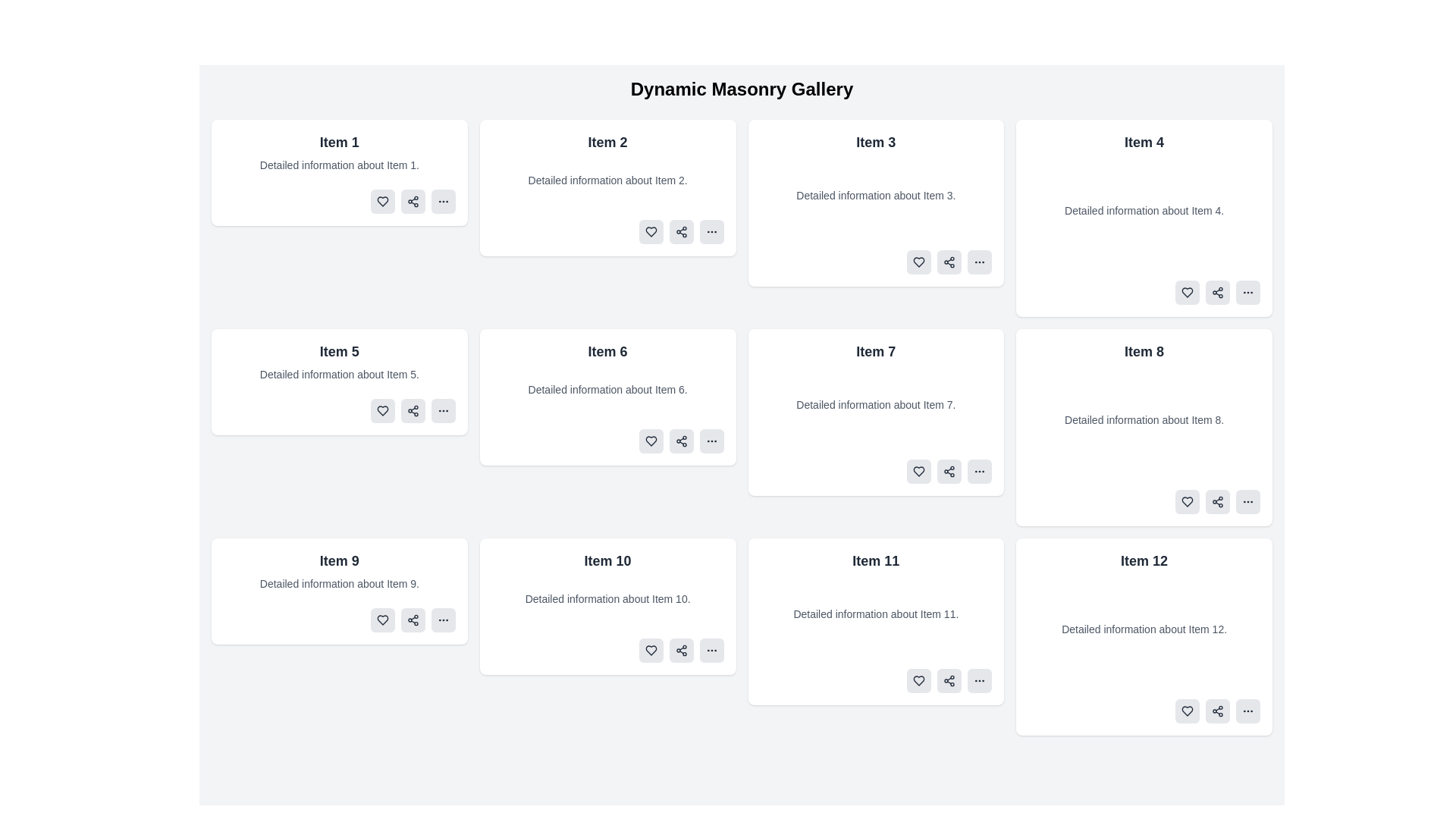 This screenshot has width=1456, height=819. Describe the element at coordinates (918, 680) in the screenshot. I see `the heart icon representing 'like' functionality located in the card labeled 'Item 11'` at that location.